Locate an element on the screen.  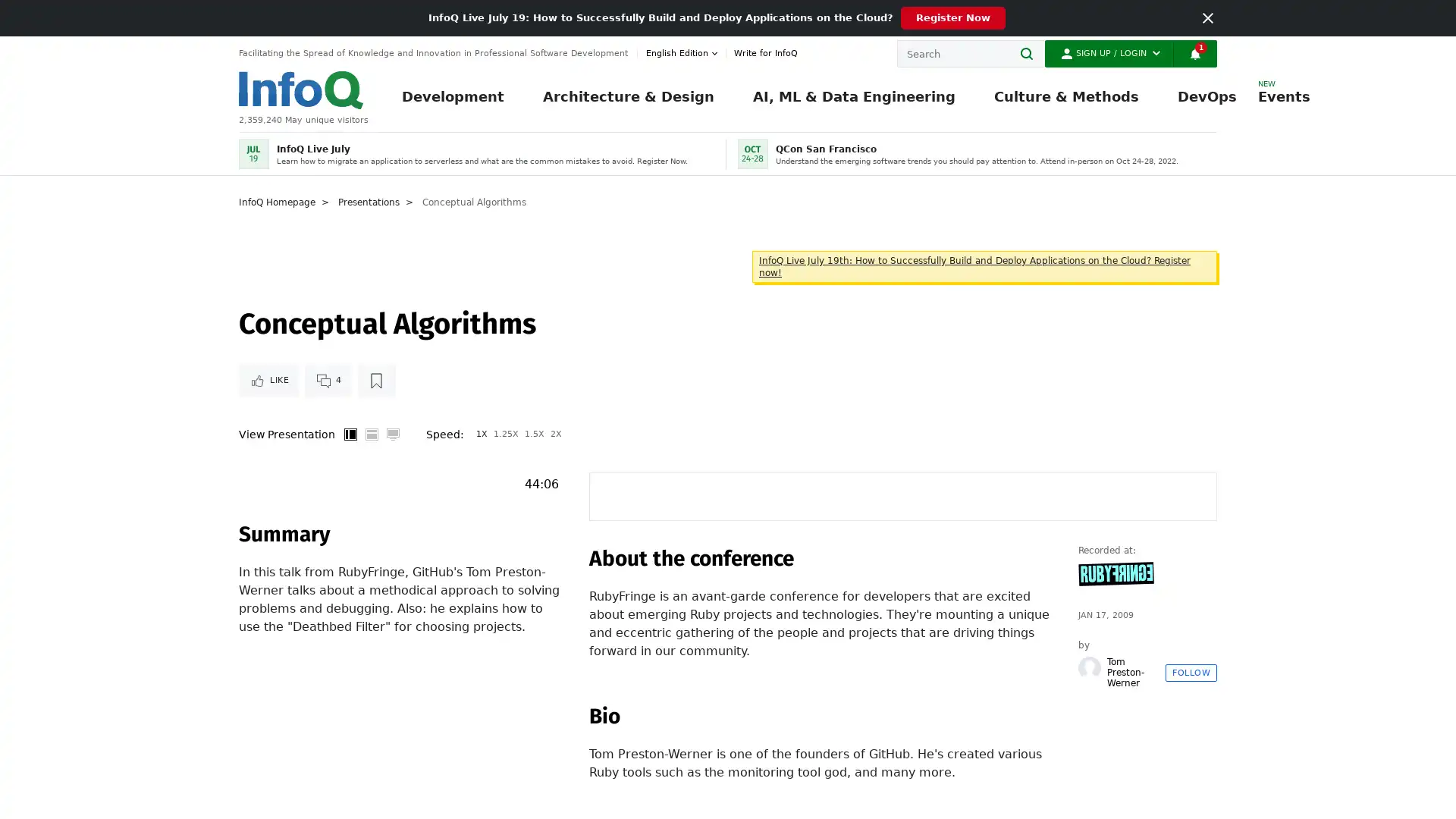
Follow is located at coordinates (1190, 671).